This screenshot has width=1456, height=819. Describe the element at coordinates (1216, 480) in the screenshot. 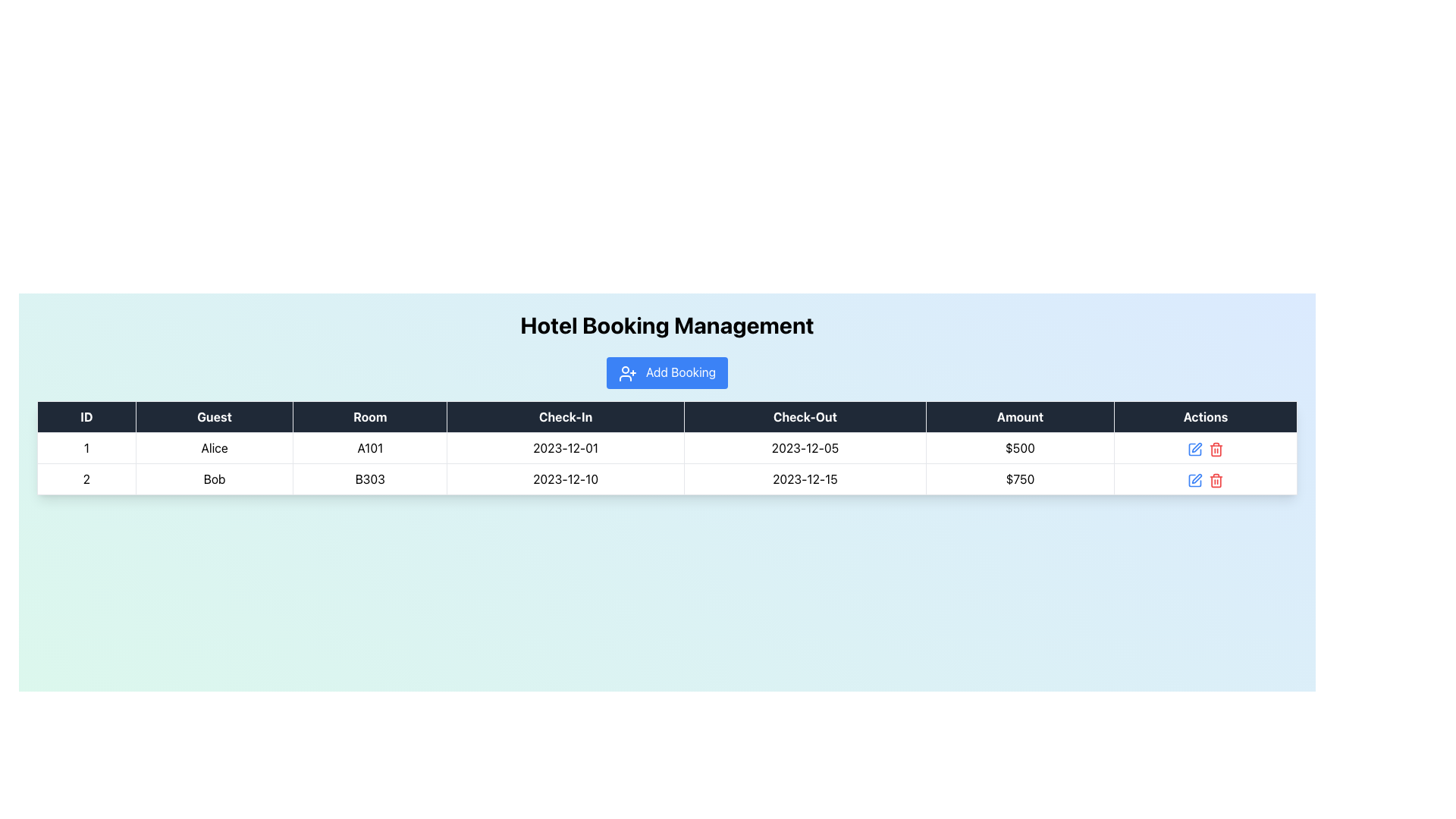

I see `the red trash bin icon in the second row of the 'Actions' column` at that location.